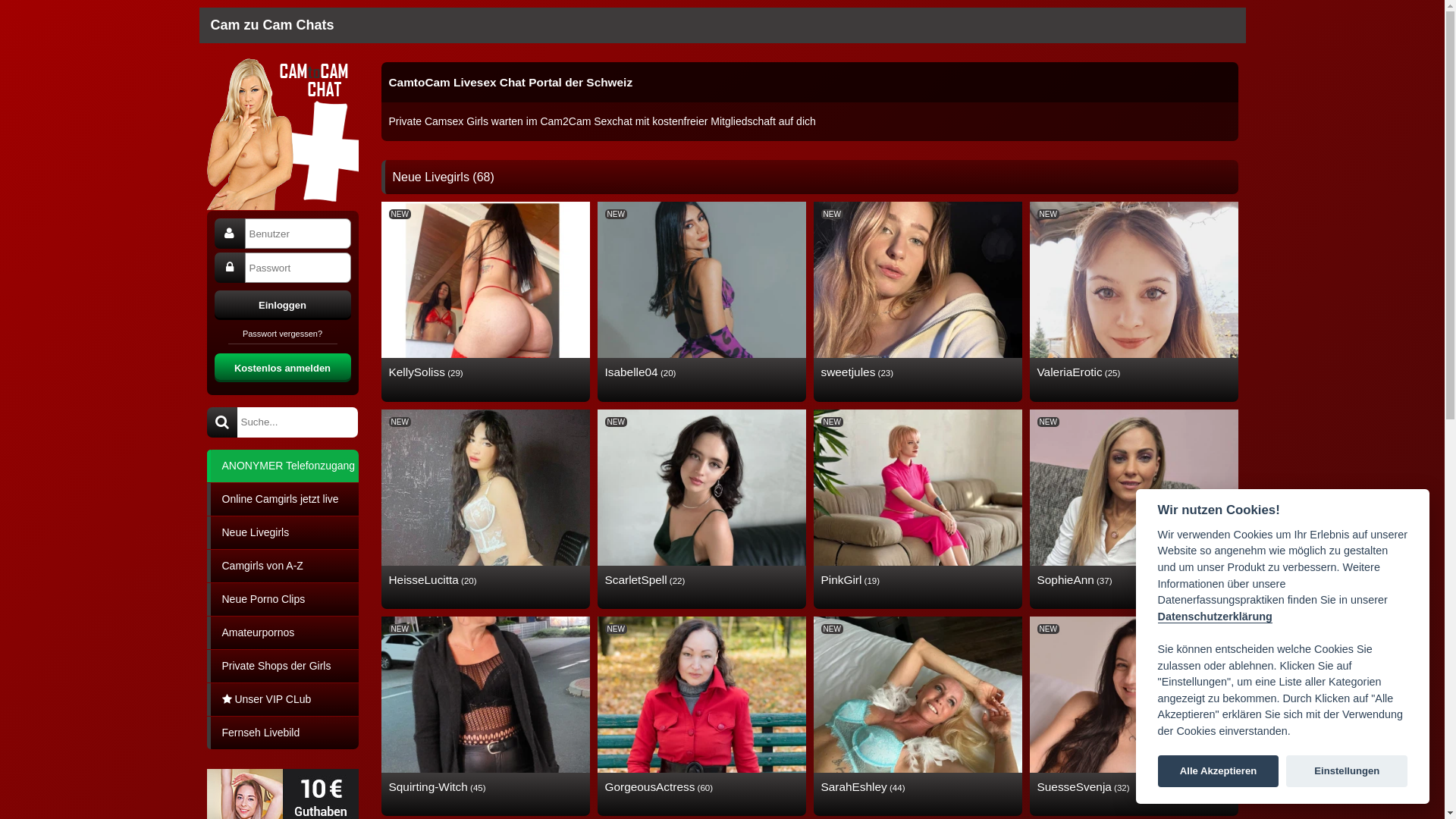 This screenshot has height=819, width=1456. I want to click on 'ANONYMER Telefonzugang', so click(281, 464).